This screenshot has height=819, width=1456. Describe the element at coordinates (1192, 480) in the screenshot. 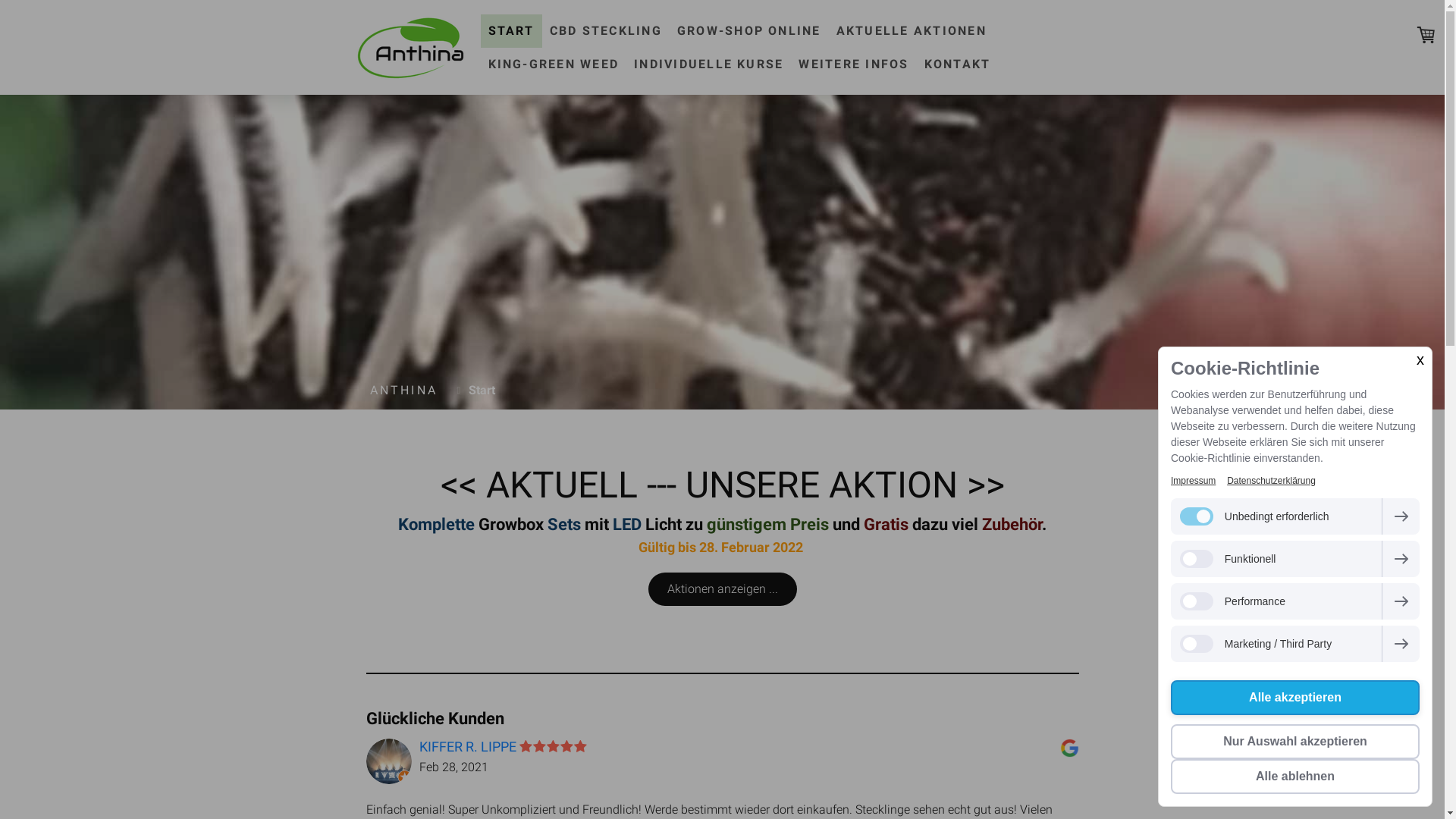

I see `'Impressum'` at that location.